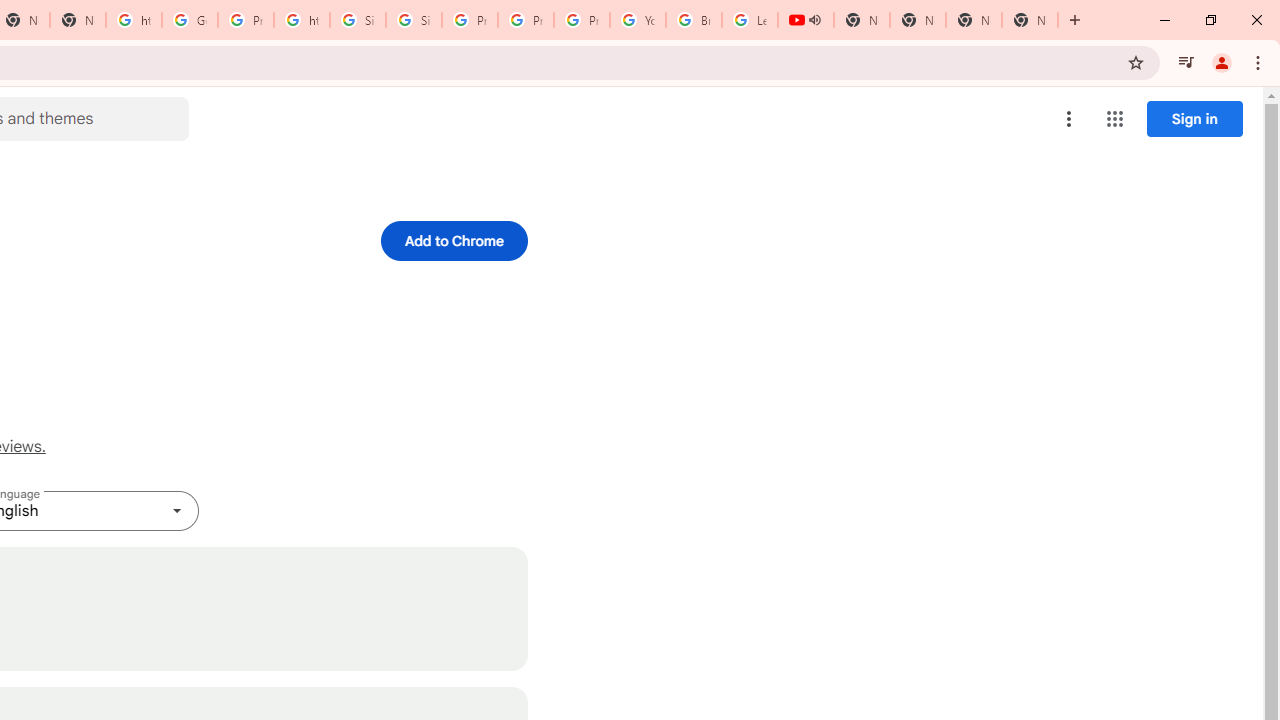 This screenshot has width=1280, height=720. Describe the element at coordinates (526, 20) in the screenshot. I see `'Privacy Help Center - Policies Help'` at that location.